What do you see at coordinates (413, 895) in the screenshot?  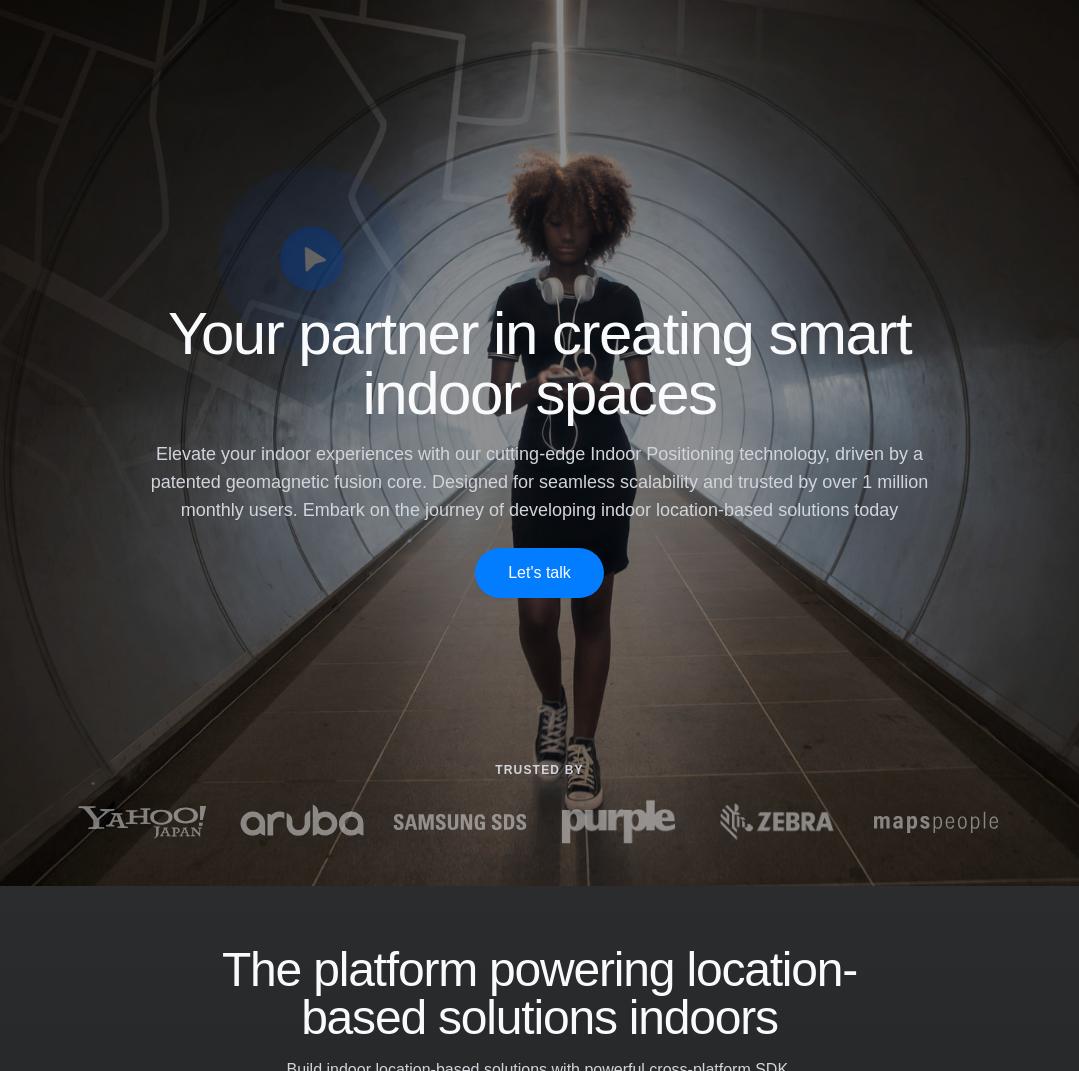 I see `'Blog'` at bounding box center [413, 895].